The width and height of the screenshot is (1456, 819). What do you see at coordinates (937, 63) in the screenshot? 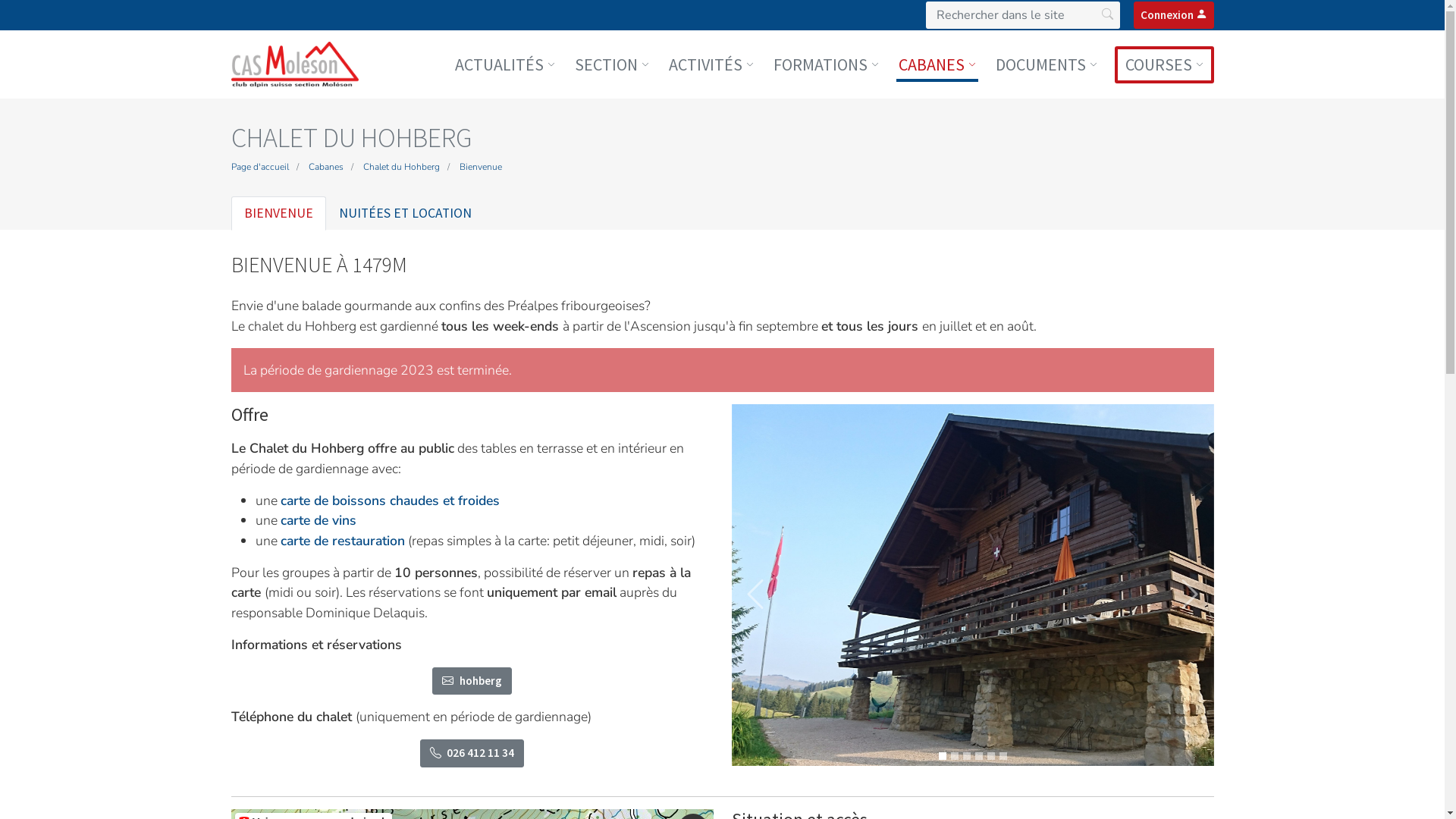
I see `'CABANES'` at bounding box center [937, 63].